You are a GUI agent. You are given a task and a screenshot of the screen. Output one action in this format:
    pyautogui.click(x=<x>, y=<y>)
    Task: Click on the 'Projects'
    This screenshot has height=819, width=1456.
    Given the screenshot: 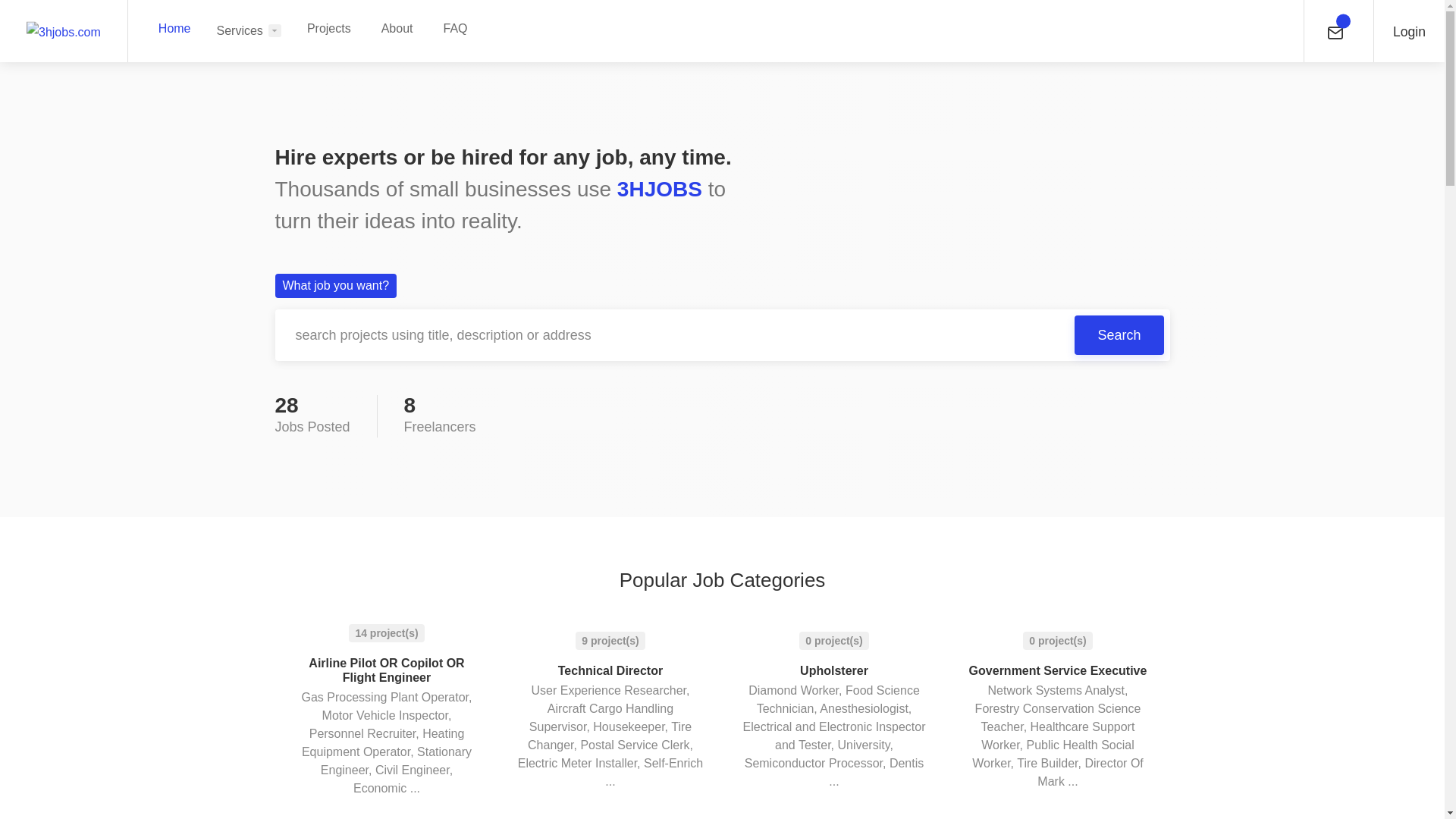 What is the action you would take?
    pyautogui.click(x=328, y=28)
    